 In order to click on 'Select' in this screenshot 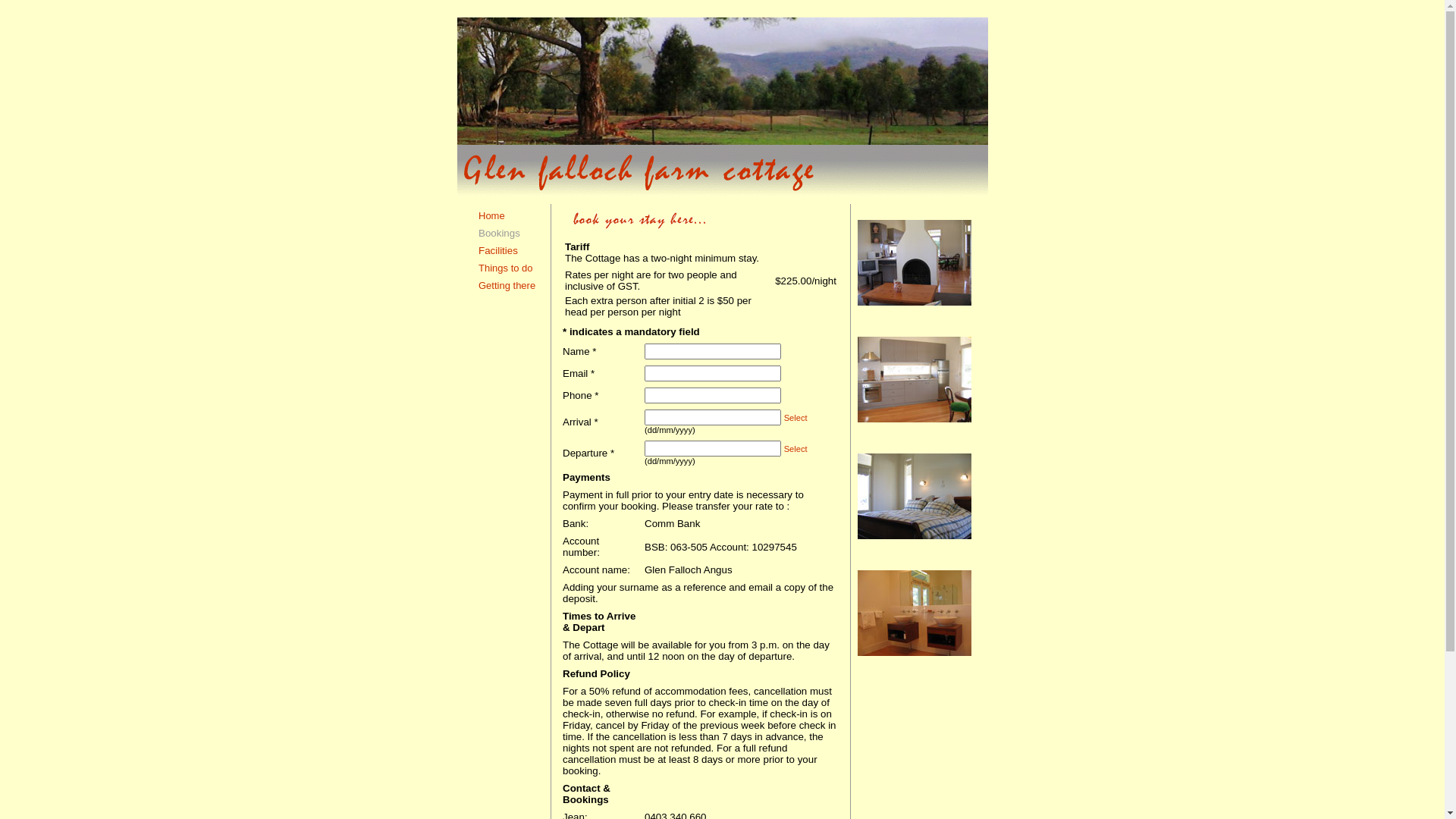, I will do `click(795, 418)`.